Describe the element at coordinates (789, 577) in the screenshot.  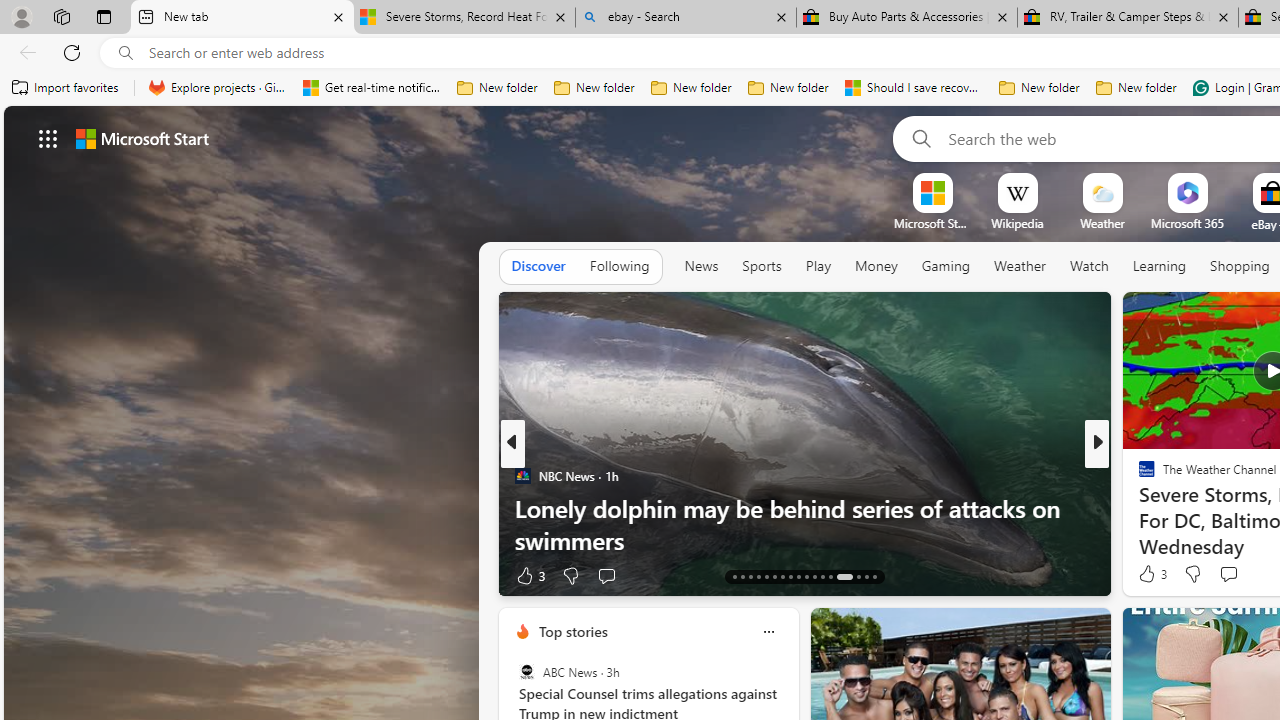
I see `'AutomationID: tab-20'` at that location.